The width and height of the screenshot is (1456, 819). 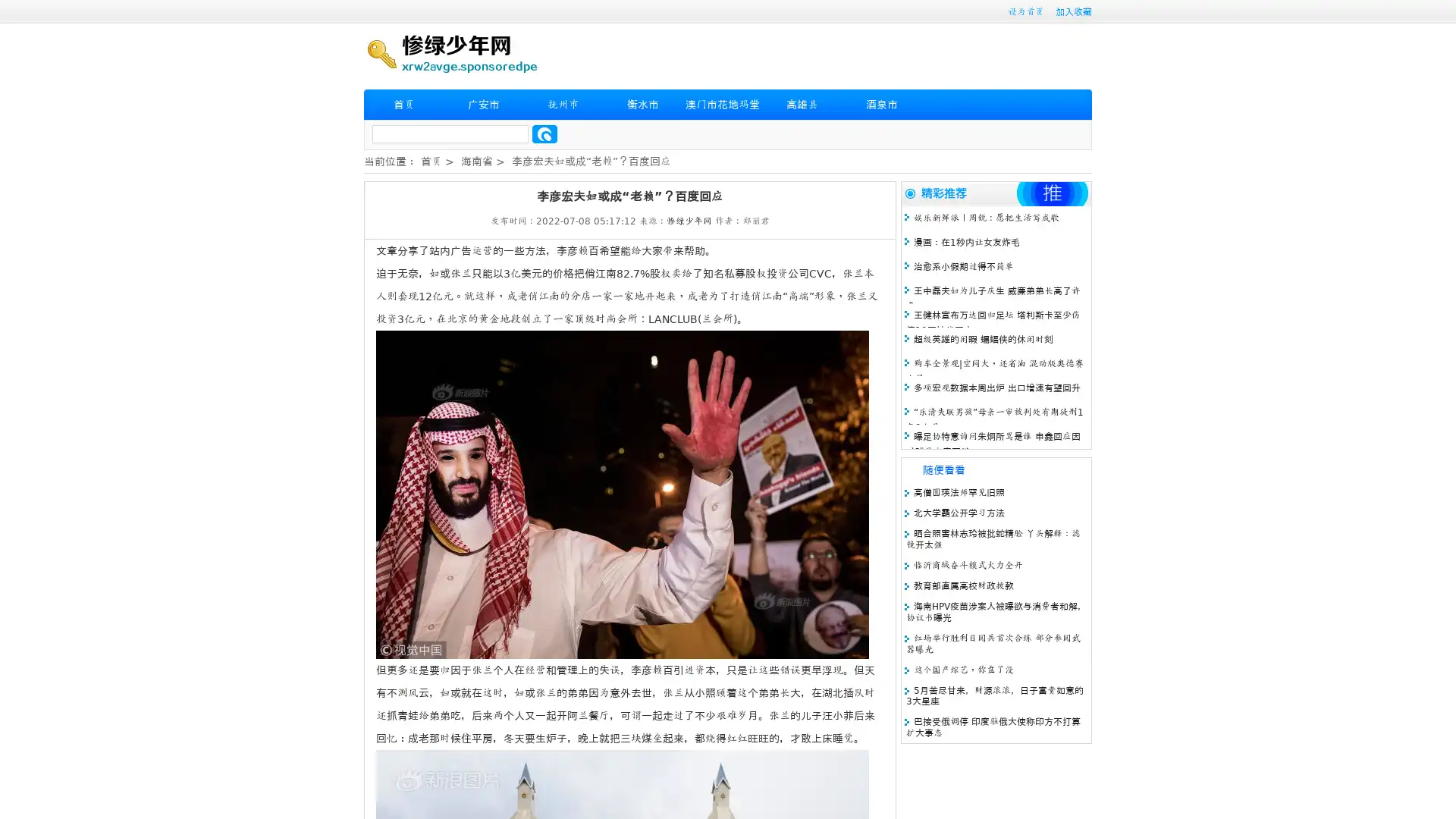 What do you see at coordinates (544, 133) in the screenshot?
I see `Search` at bounding box center [544, 133].